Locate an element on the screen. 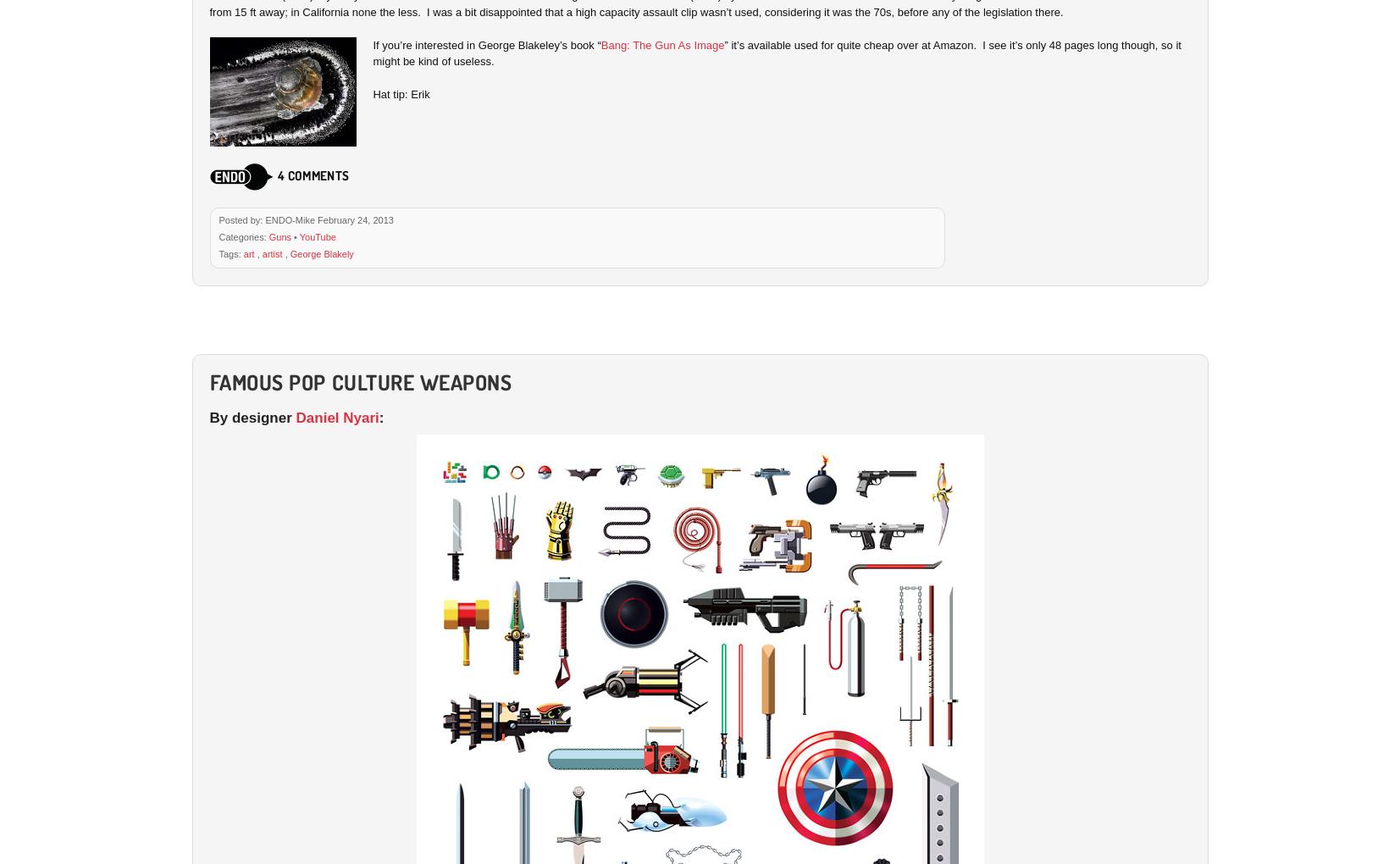 Image resolution: width=1400 pixels, height=864 pixels. 'Tags:' is located at coordinates (230, 253).